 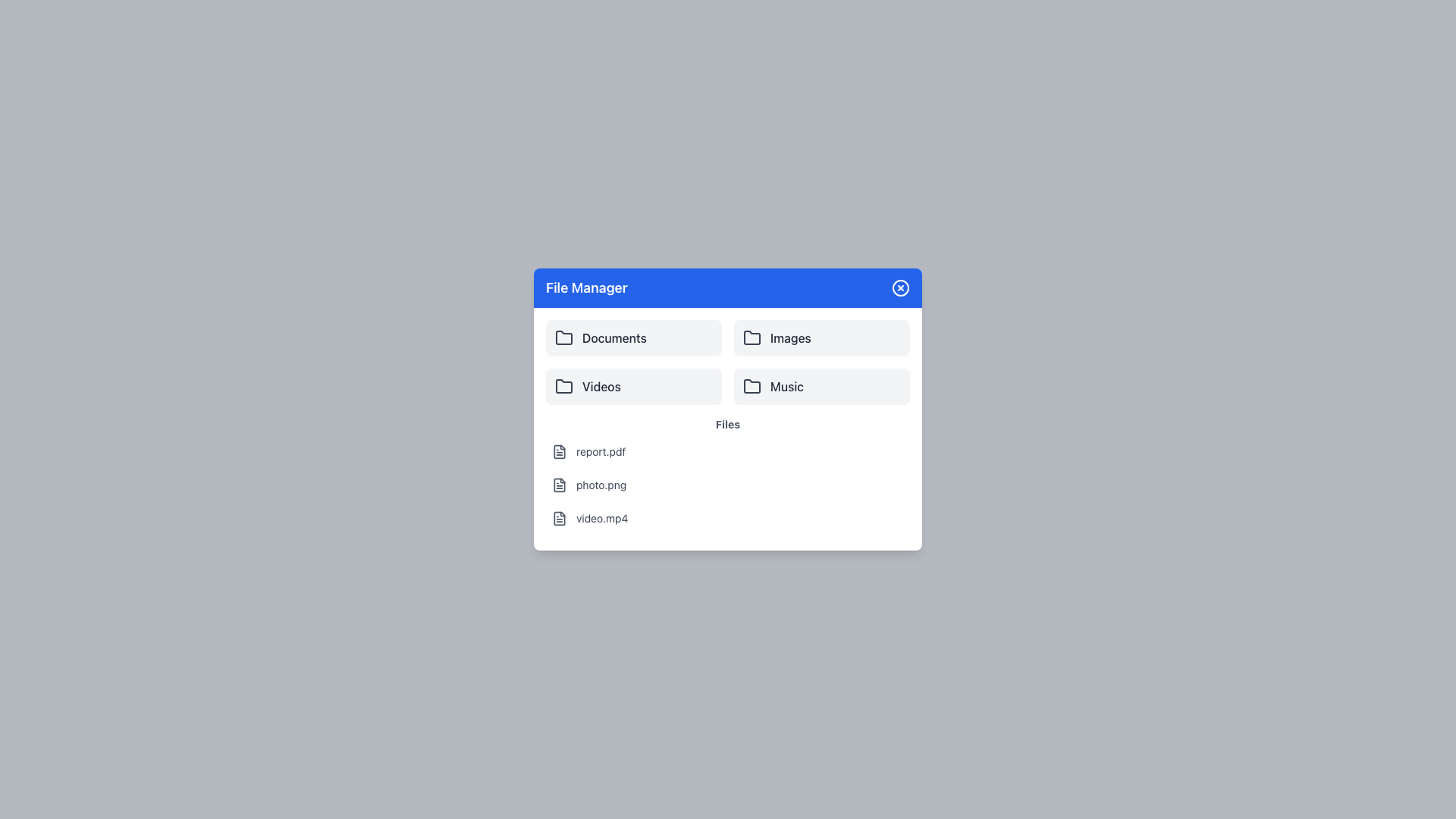 What do you see at coordinates (728, 424) in the screenshot?
I see `the Text Label that serves as a title or heading for the file listings, located near the top of the section just above the first file in the list` at bounding box center [728, 424].